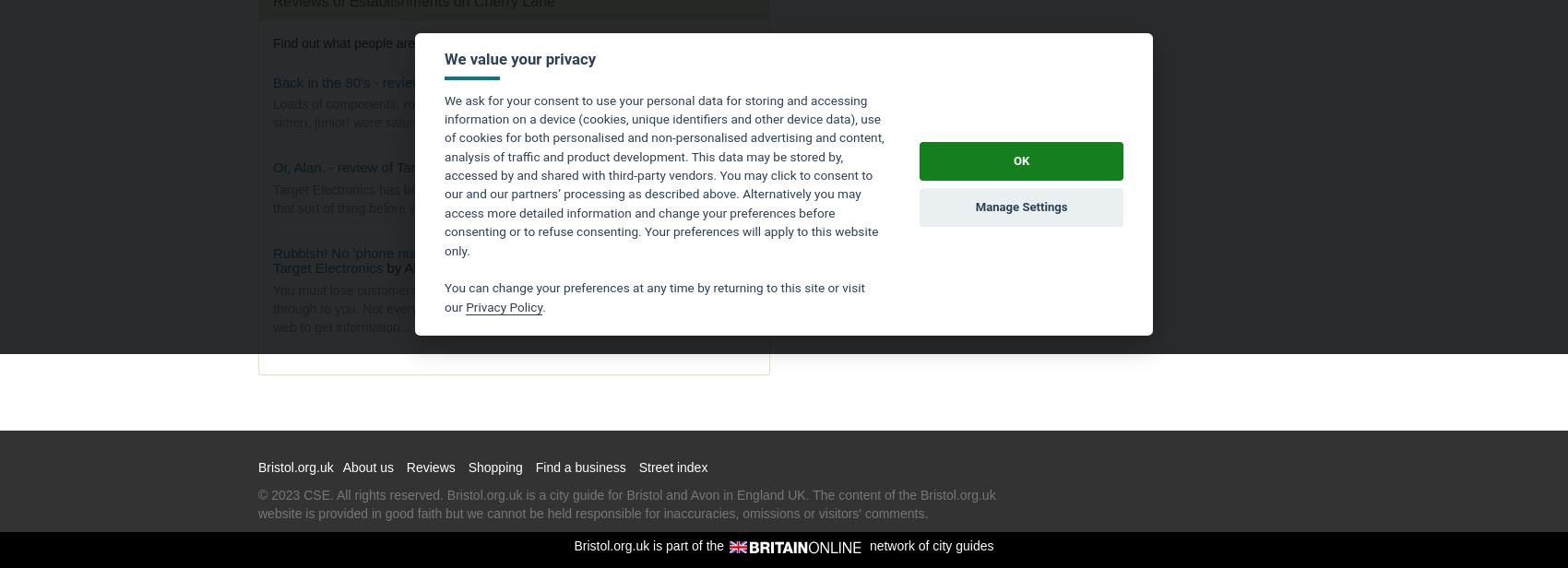  Describe the element at coordinates (577, 81) in the screenshot. I see `'by Brad'` at that location.